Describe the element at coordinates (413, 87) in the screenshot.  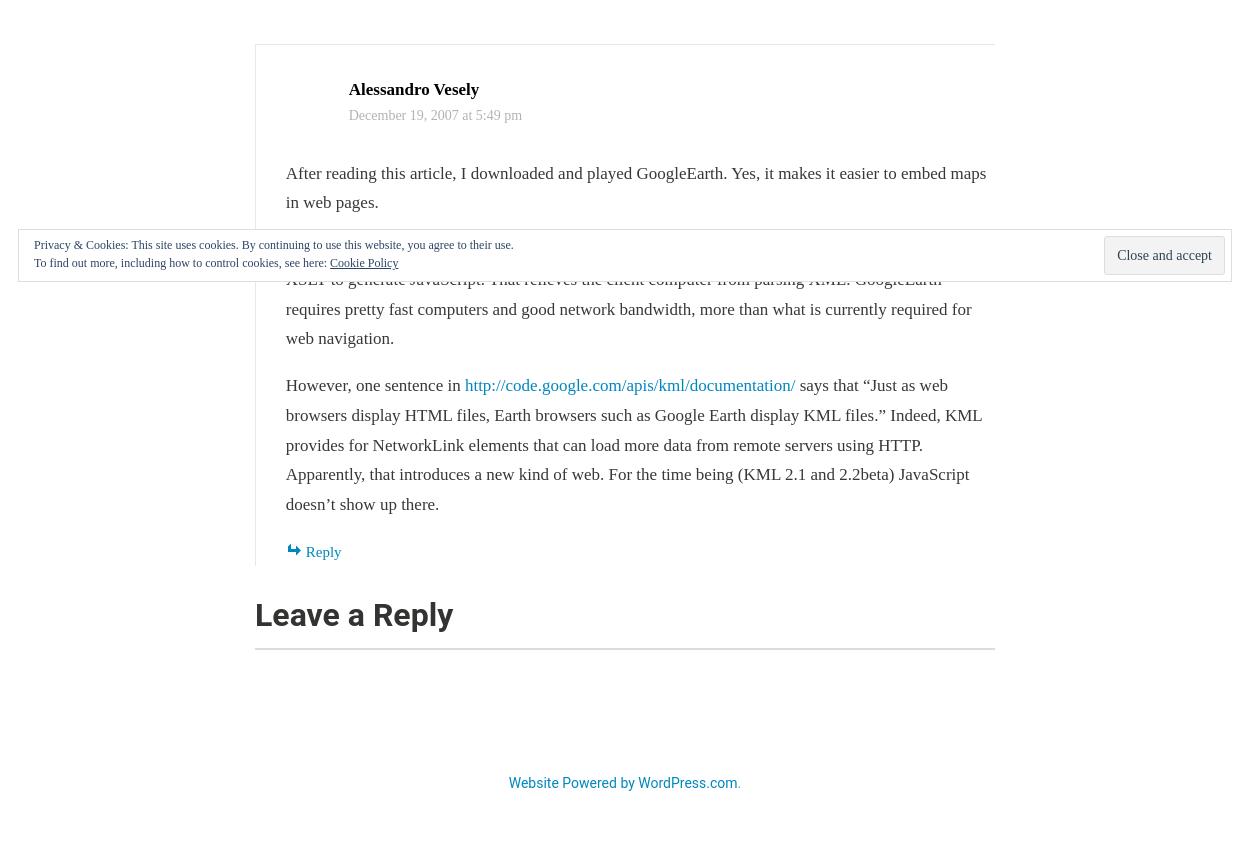
I see `'Alessandro Vesely'` at that location.